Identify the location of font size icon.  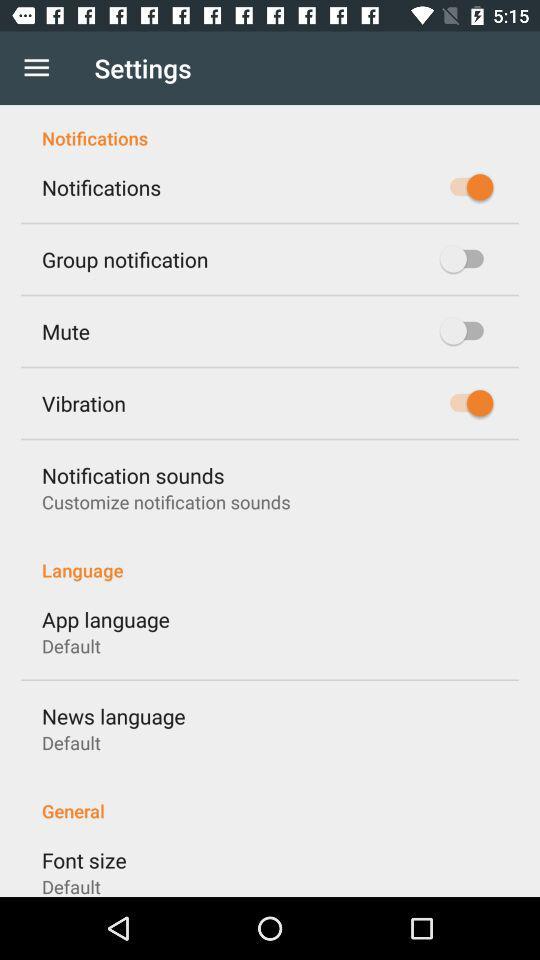
(83, 859).